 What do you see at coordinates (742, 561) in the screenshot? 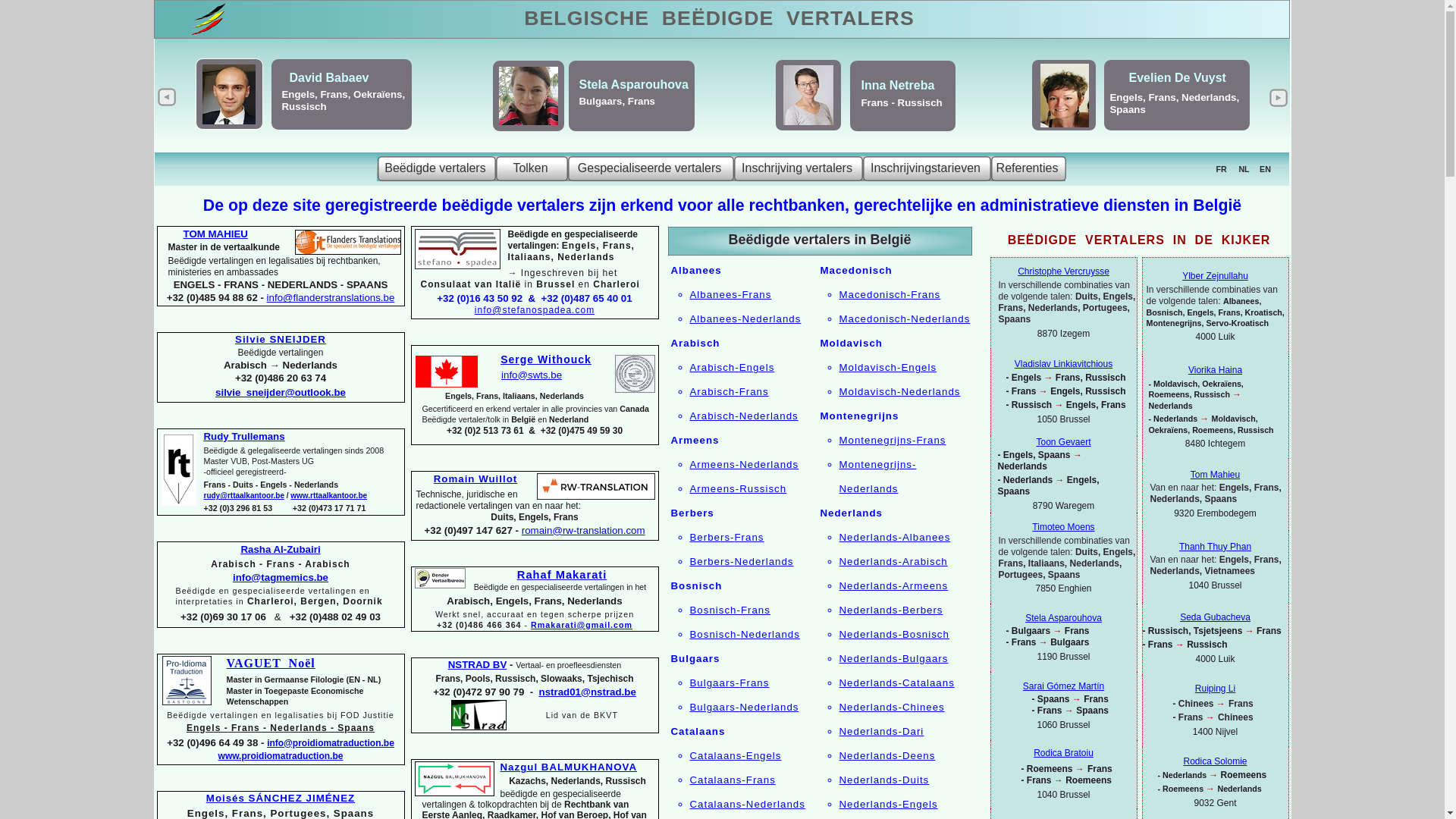
I see `'Berbers-Nederlands'` at bounding box center [742, 561].